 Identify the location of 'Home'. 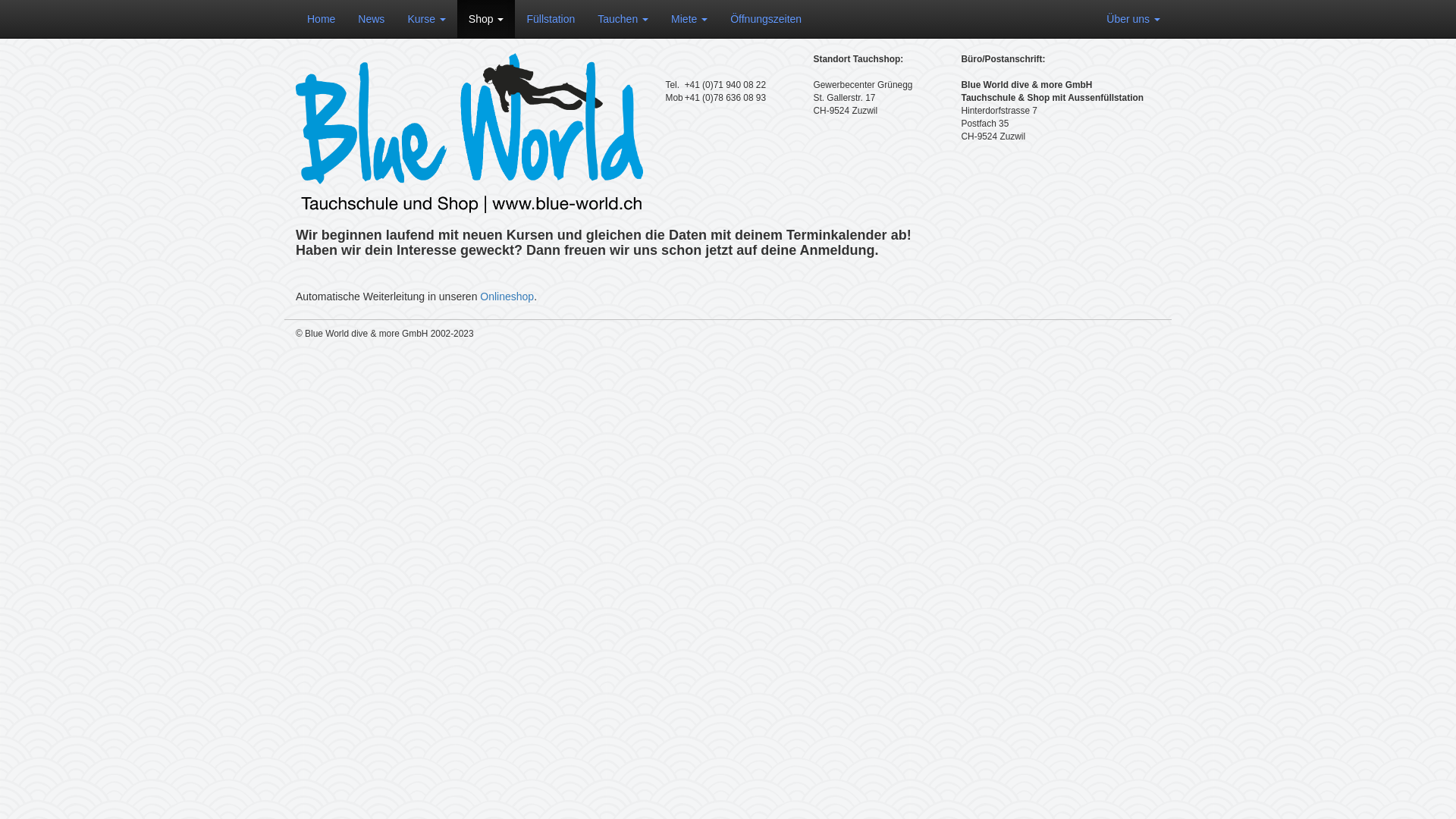
(320, 18).